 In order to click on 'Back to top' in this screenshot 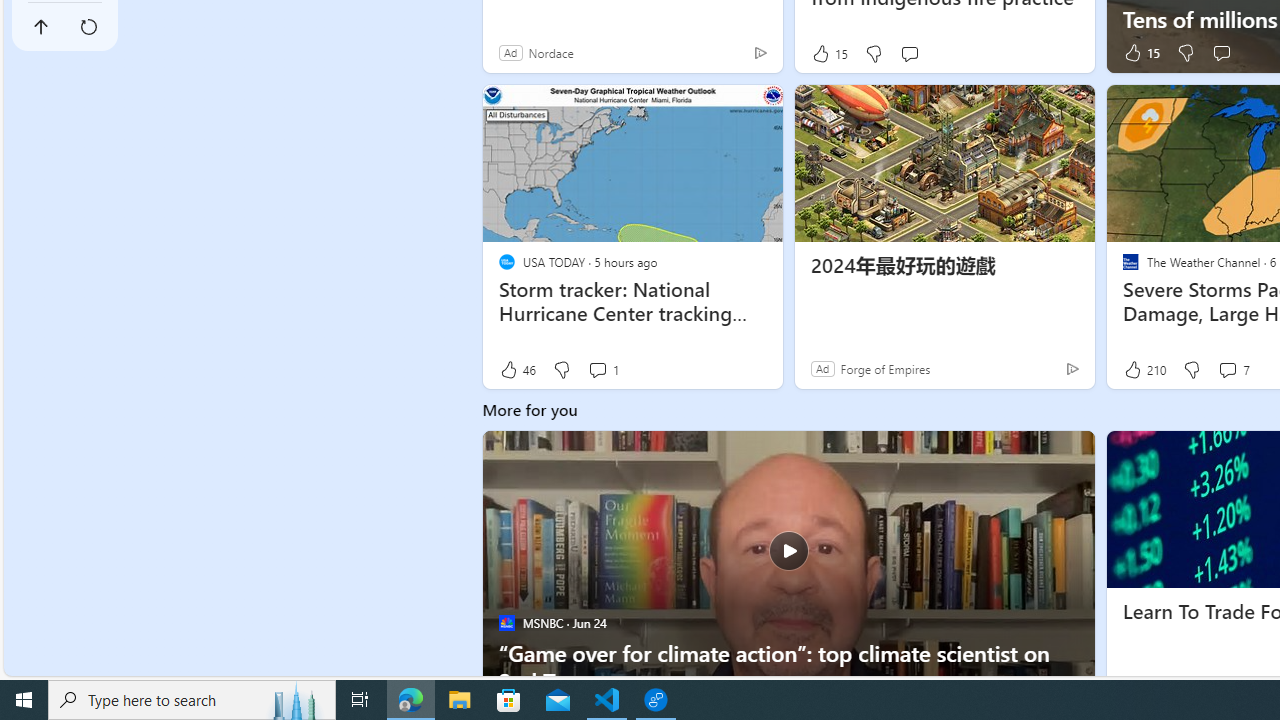, I will do `click(41, 27)`.